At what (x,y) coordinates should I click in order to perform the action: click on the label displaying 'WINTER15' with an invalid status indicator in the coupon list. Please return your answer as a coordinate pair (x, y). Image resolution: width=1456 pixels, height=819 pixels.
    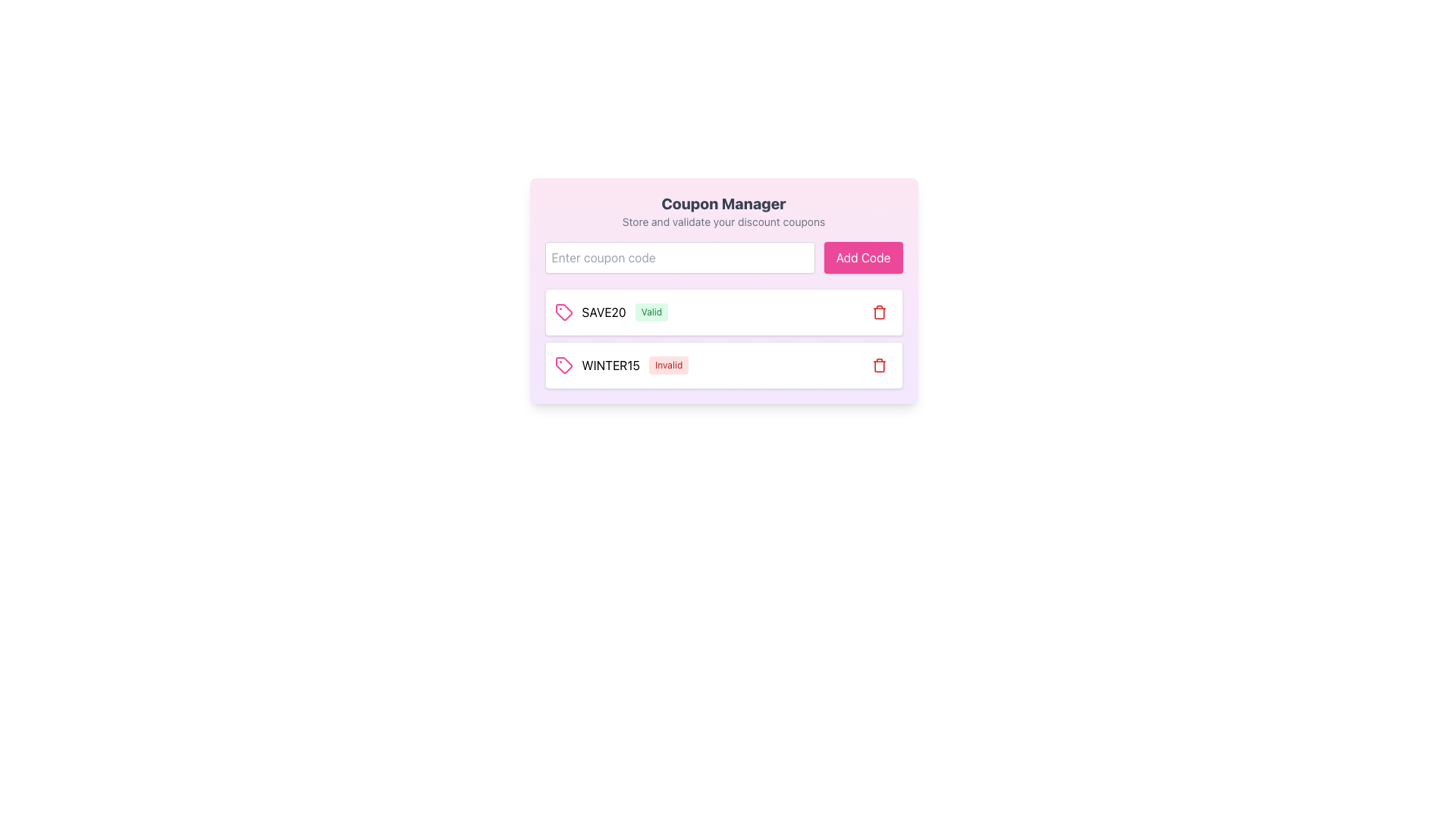
    Looking at the image, I should click on (621, 366).